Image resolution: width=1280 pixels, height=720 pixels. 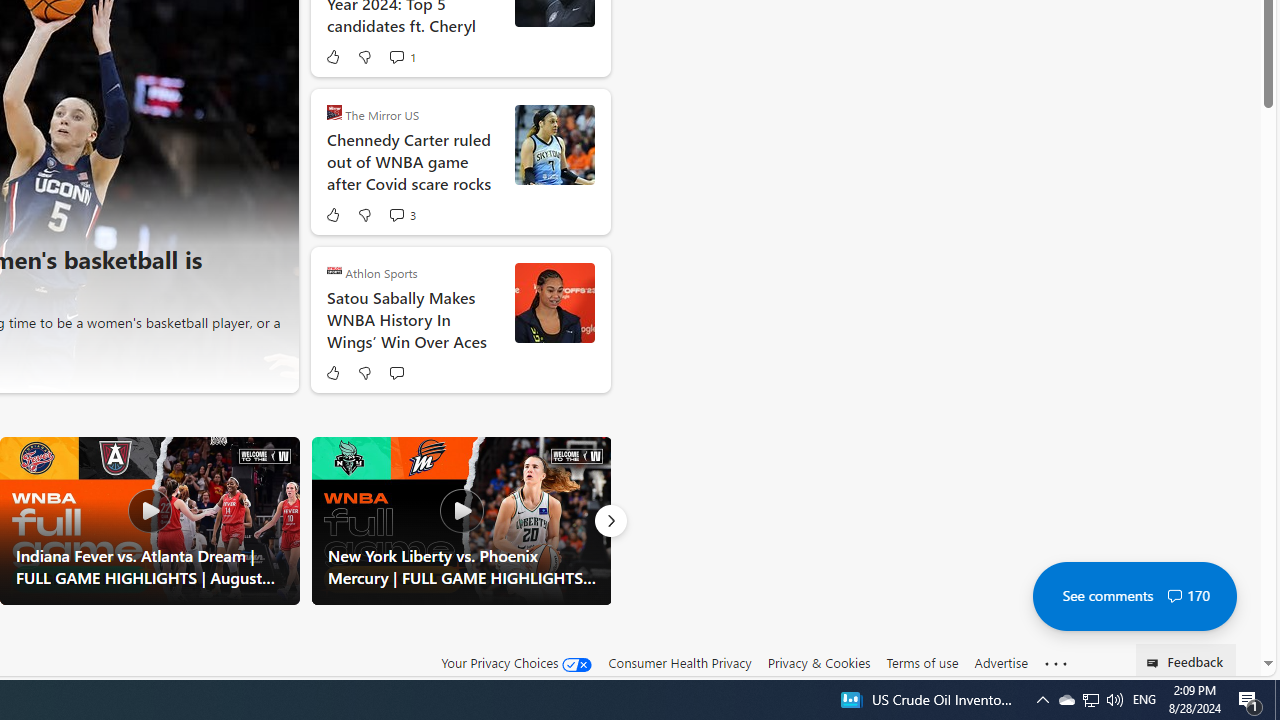 What do you see at coordinates (396, 215) in the screenshot?
I see `'View comments 3 Comment'` at bounding box center [396, 215].